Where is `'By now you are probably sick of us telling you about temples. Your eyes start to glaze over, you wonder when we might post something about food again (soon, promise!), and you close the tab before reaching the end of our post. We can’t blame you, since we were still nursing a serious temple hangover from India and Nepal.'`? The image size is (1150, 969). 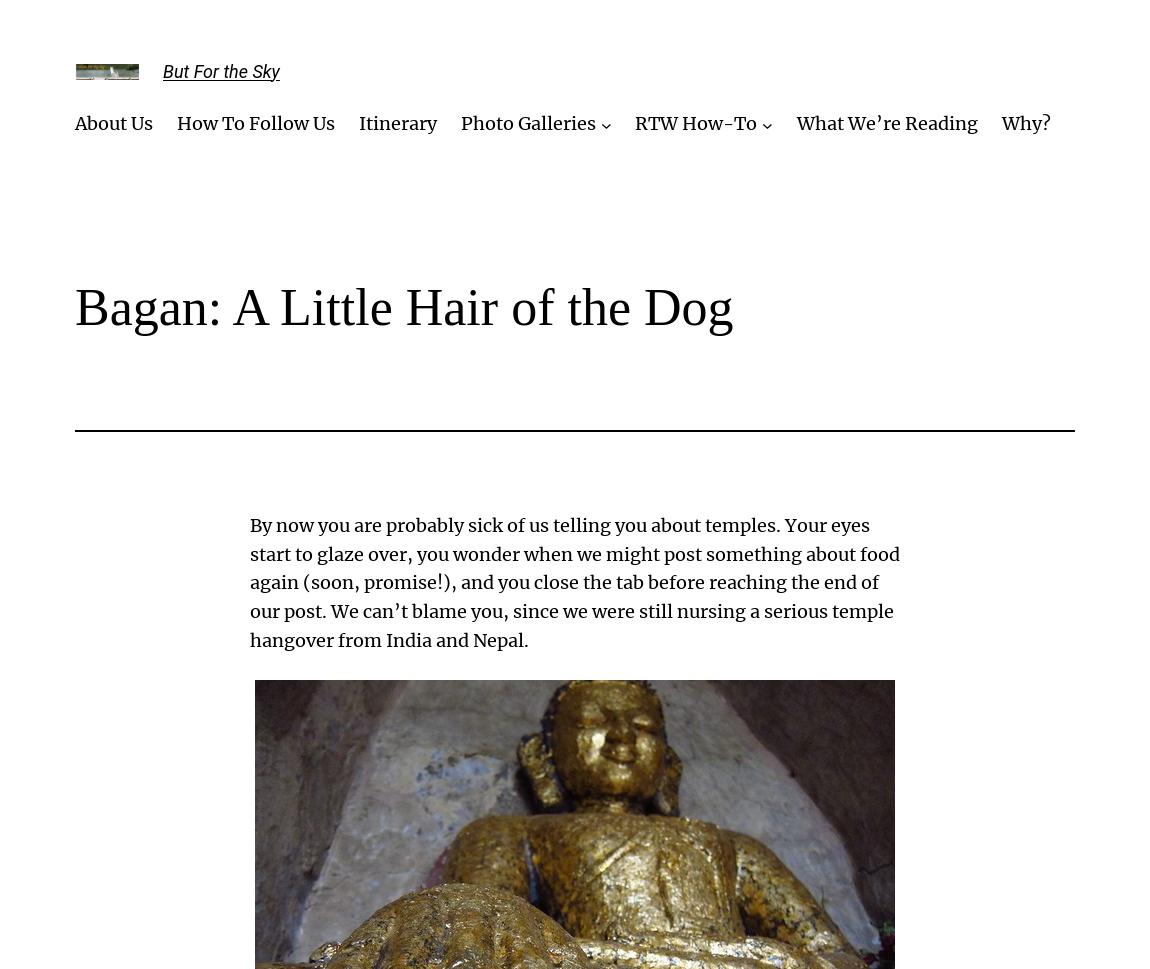
'By now you are probably sick of us telling you about temples. Your eyes start to glaze over, you wonder when we might post something about food again (soon, promise!), and you close the tab before reaching the end of our post. We can’t blame you, since we were still nursing a serious temple hangover from India and Nepal.' is located at coordinates (575, 581).